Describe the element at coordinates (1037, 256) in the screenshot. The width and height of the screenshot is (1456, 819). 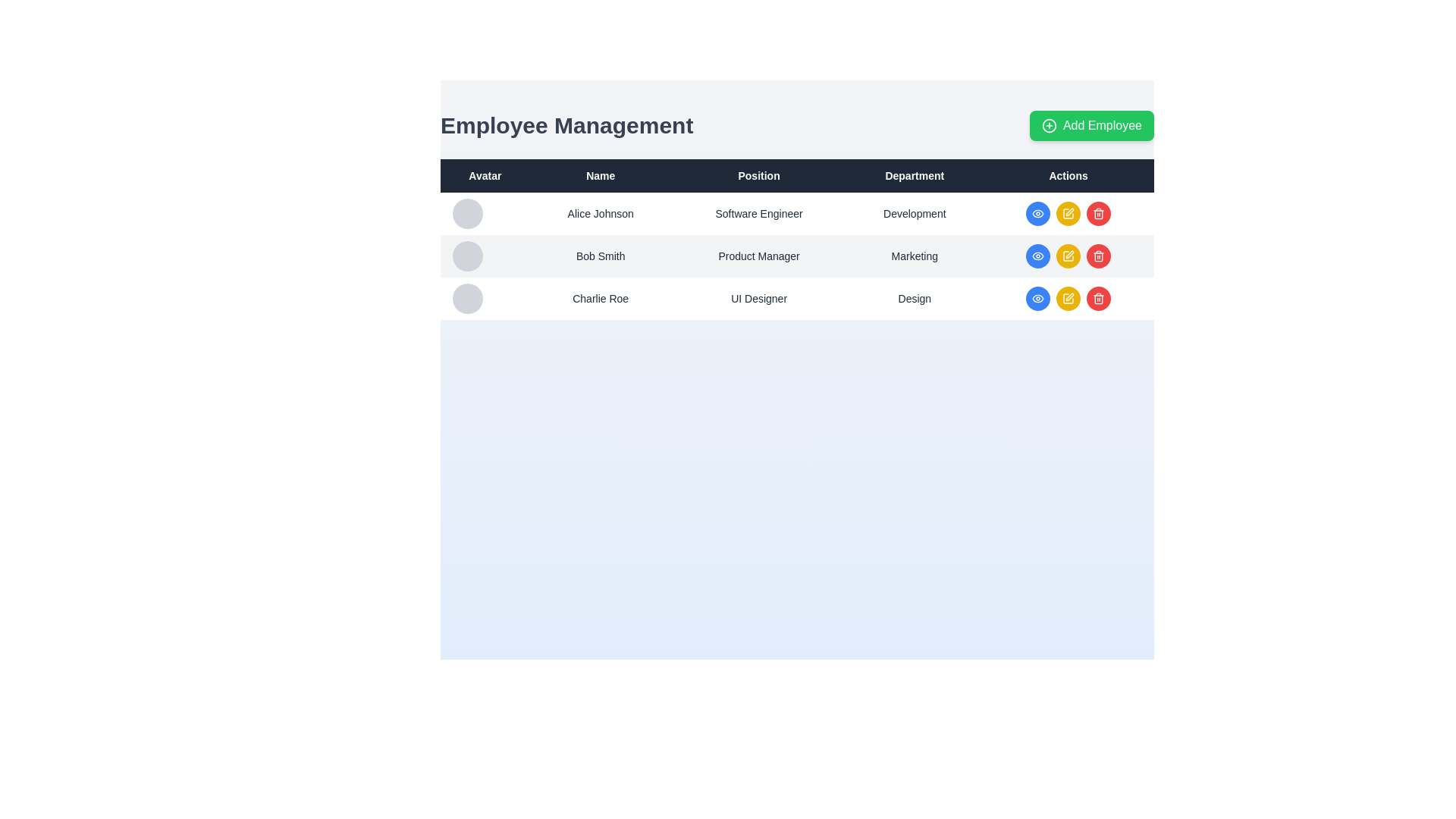
I see `the 'view' button located on the right side of the row corresponding to 'Bob Smith'` at that location.